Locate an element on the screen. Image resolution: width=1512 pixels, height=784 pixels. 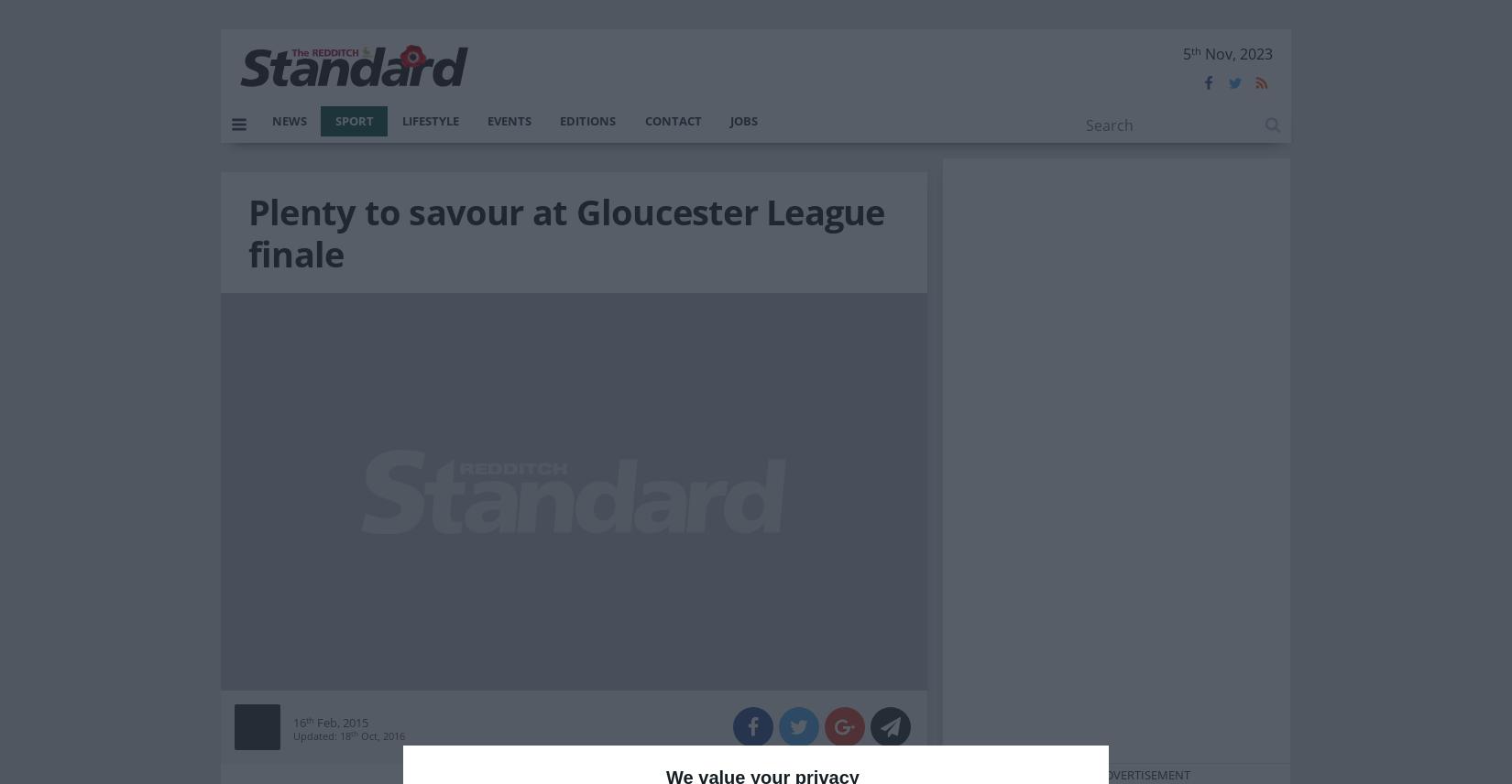
'LifeStyle' is located at coordinates (400, 118).